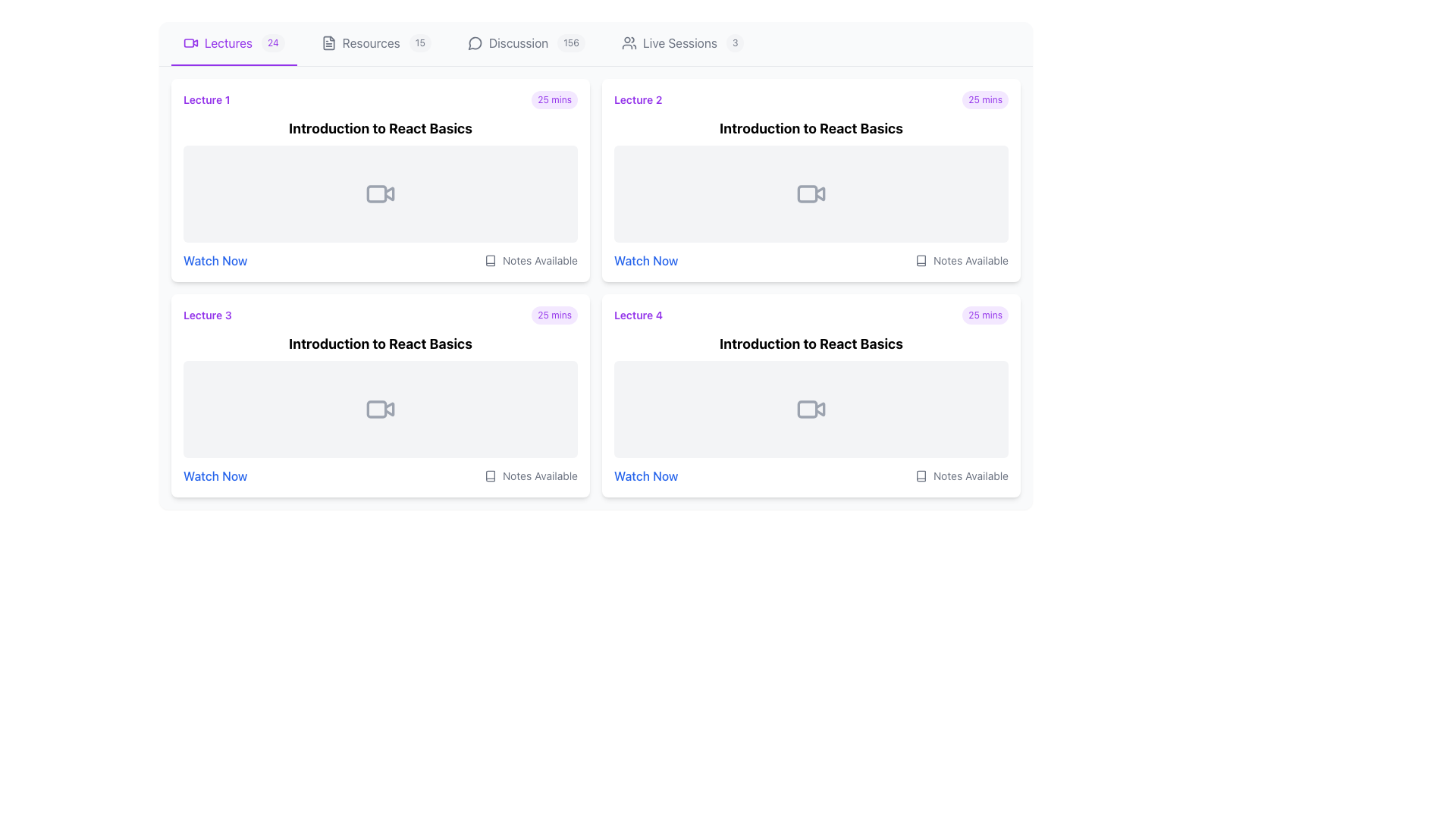 Image resolution: width=1456 pixels, height=819 pixels. I want to click on the video camera icon, which is a minimalistic light gray icon centered in the top-left card of a grid, to interact with associated content, so click(381, 193).